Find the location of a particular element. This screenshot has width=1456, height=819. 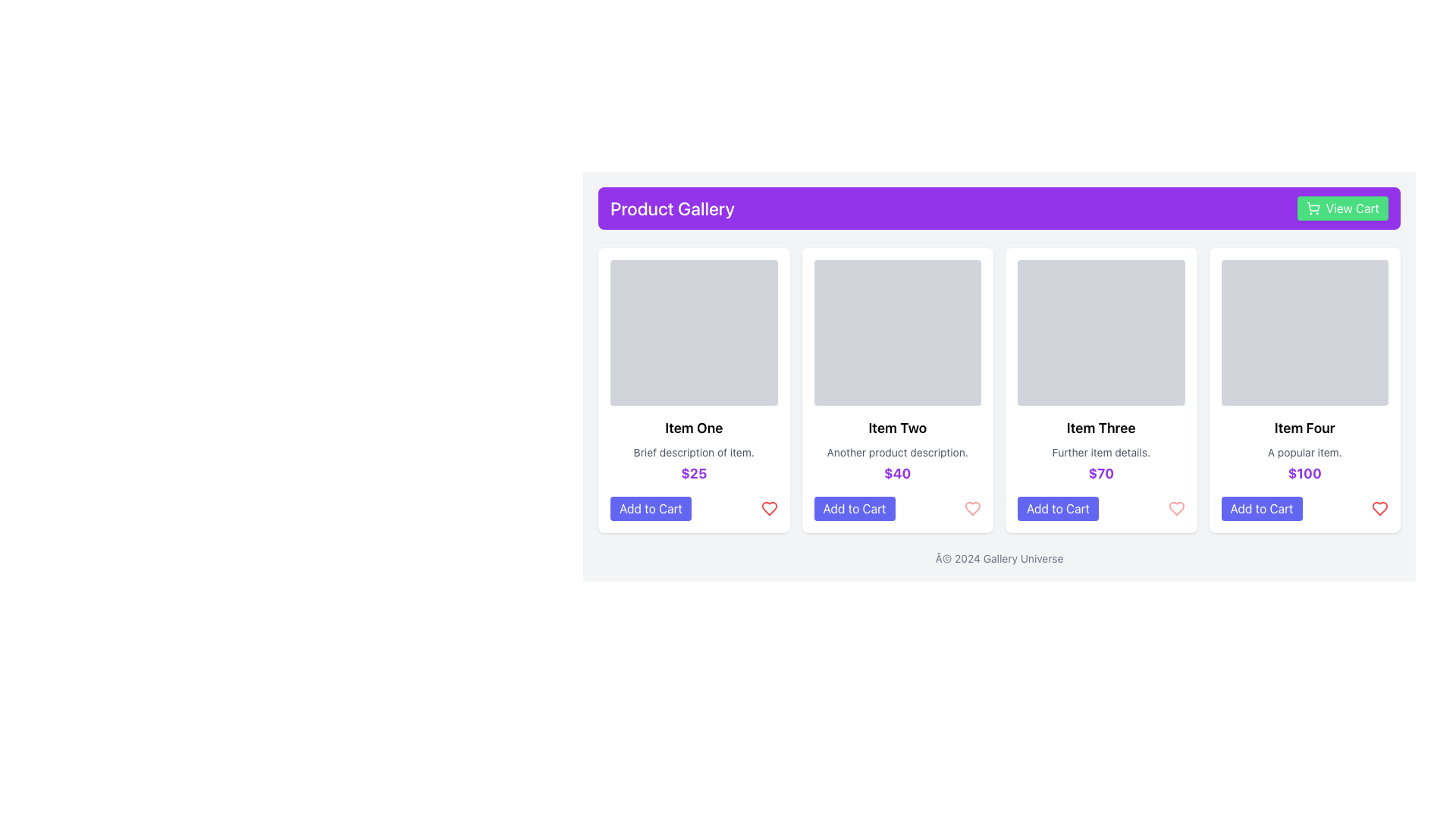

the 'Product Gallery' text label, which is styled with a larger bold white font on a purple background, located in the top-left corner of the header bar is located at coordinates (671, 208).